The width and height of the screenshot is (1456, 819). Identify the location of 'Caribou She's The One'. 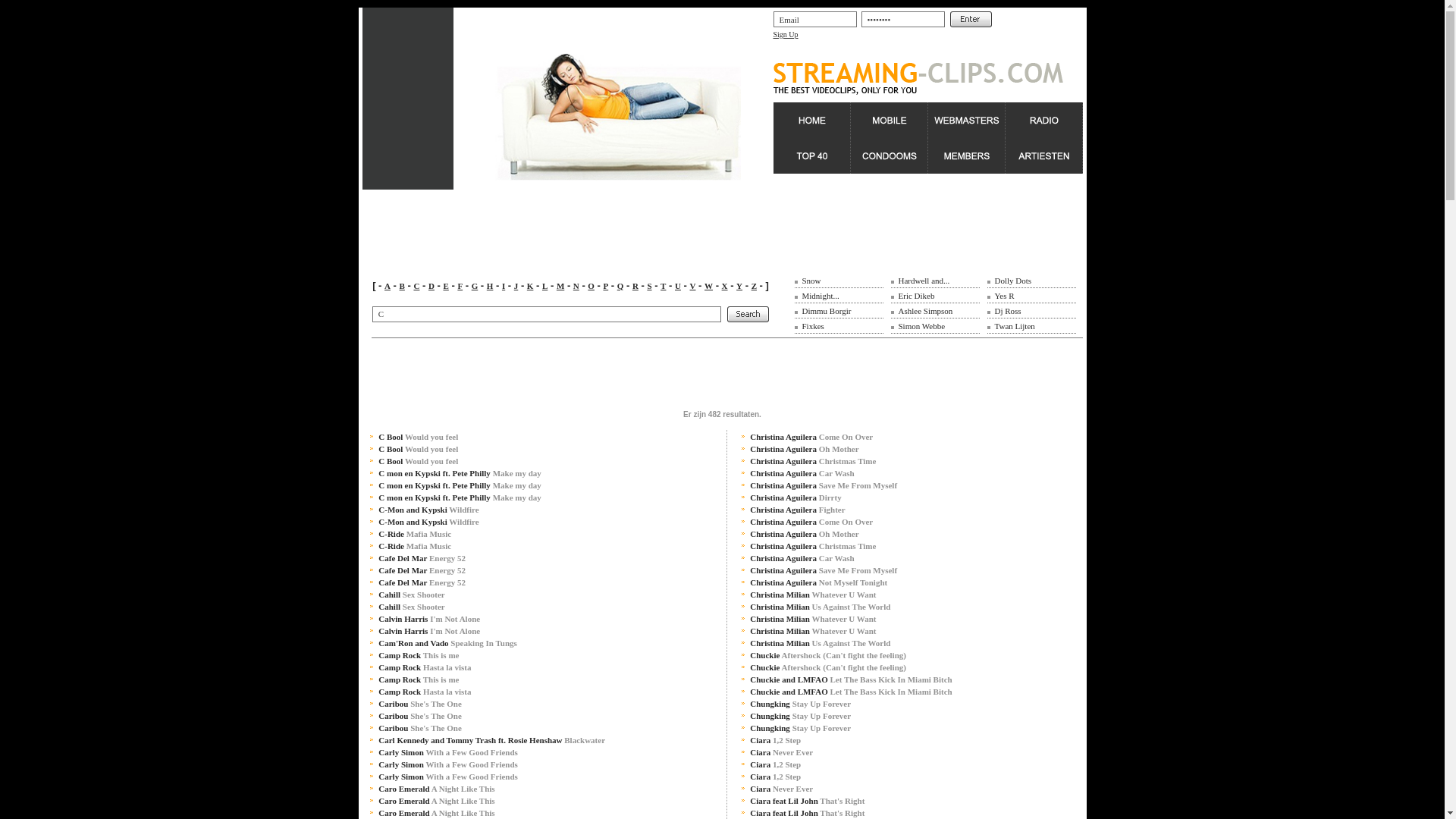
(419, 716).